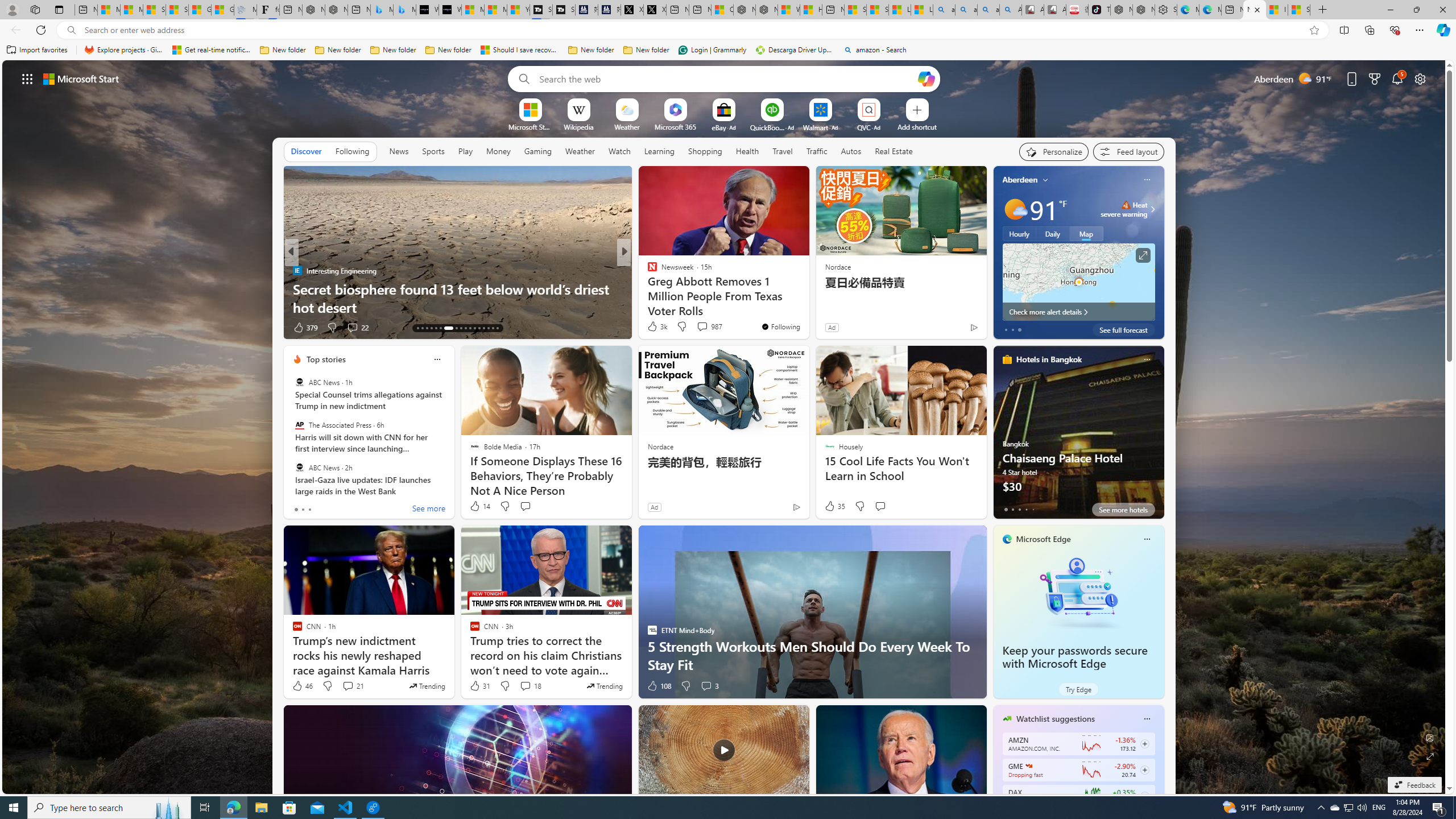 Image resolution: width=1456 pixels, height=819 pixels. What do you see at coordinates (1078, 436) in the screenshot?
I see `'Chaisaeng Palace Hotel'` at bounding box center [1078, 436].